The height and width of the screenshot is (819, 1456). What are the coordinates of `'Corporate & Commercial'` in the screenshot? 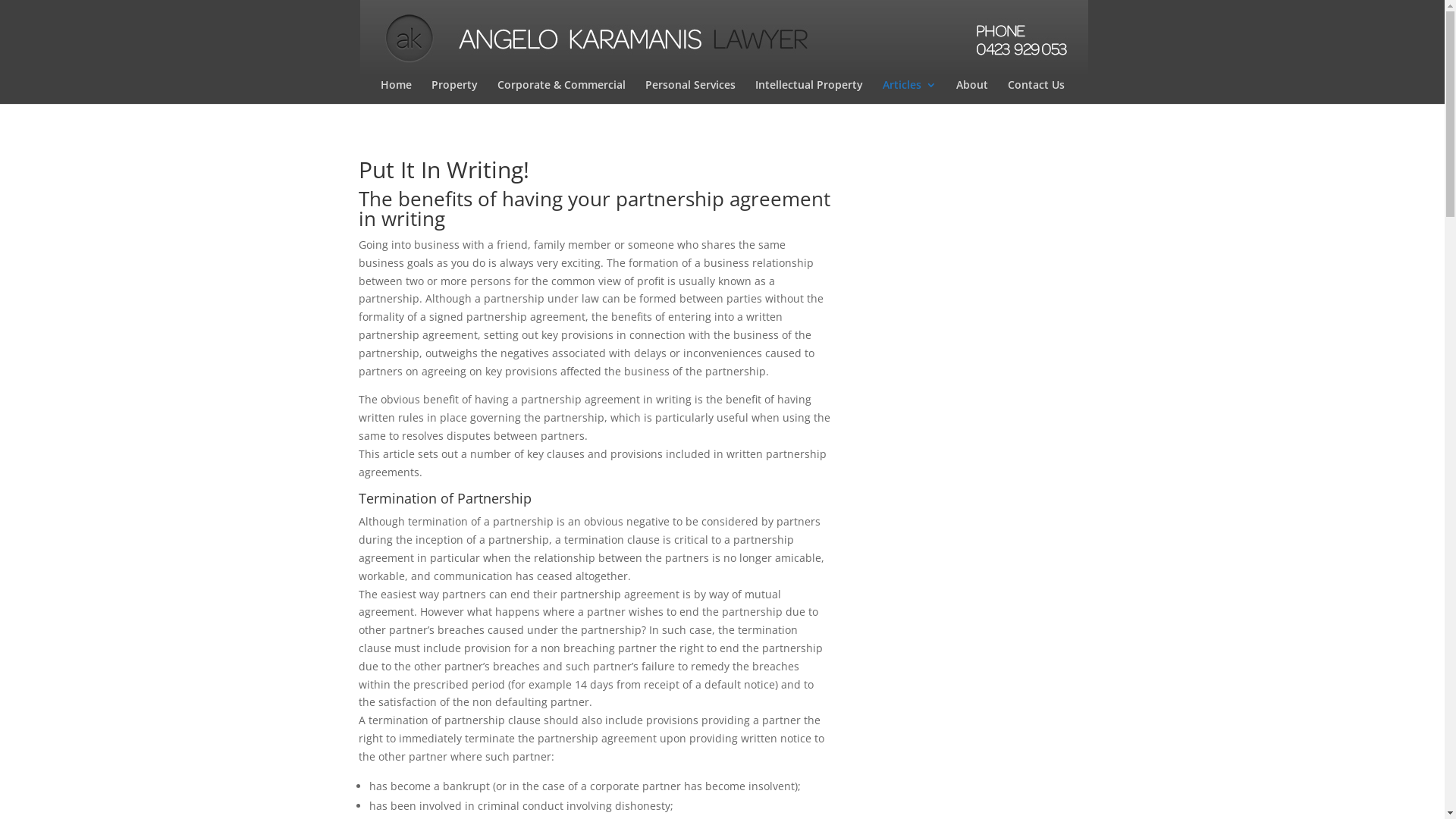 It's located at (497, 91).